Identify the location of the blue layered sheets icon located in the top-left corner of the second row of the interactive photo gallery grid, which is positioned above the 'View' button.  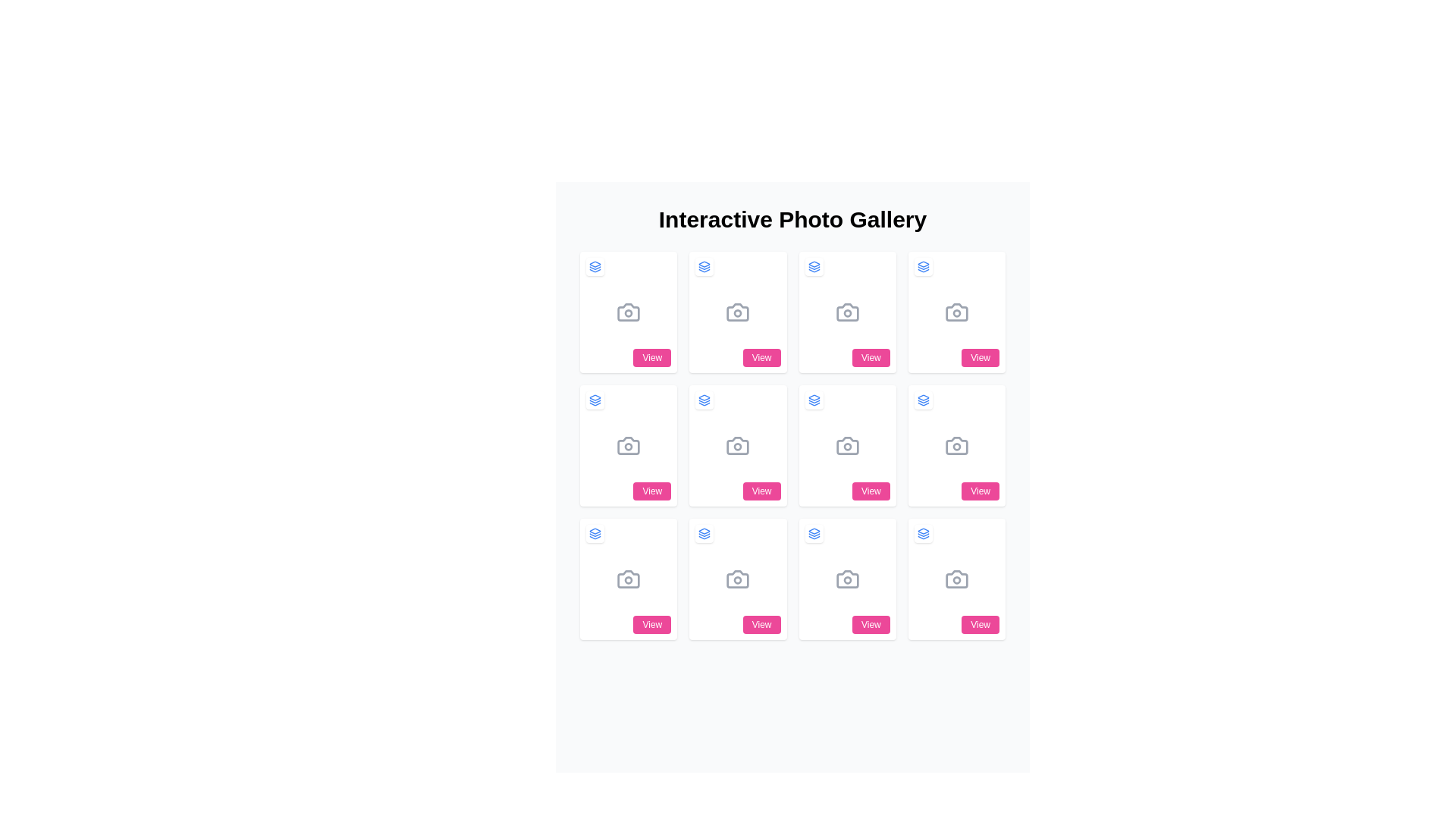
(595, 400).